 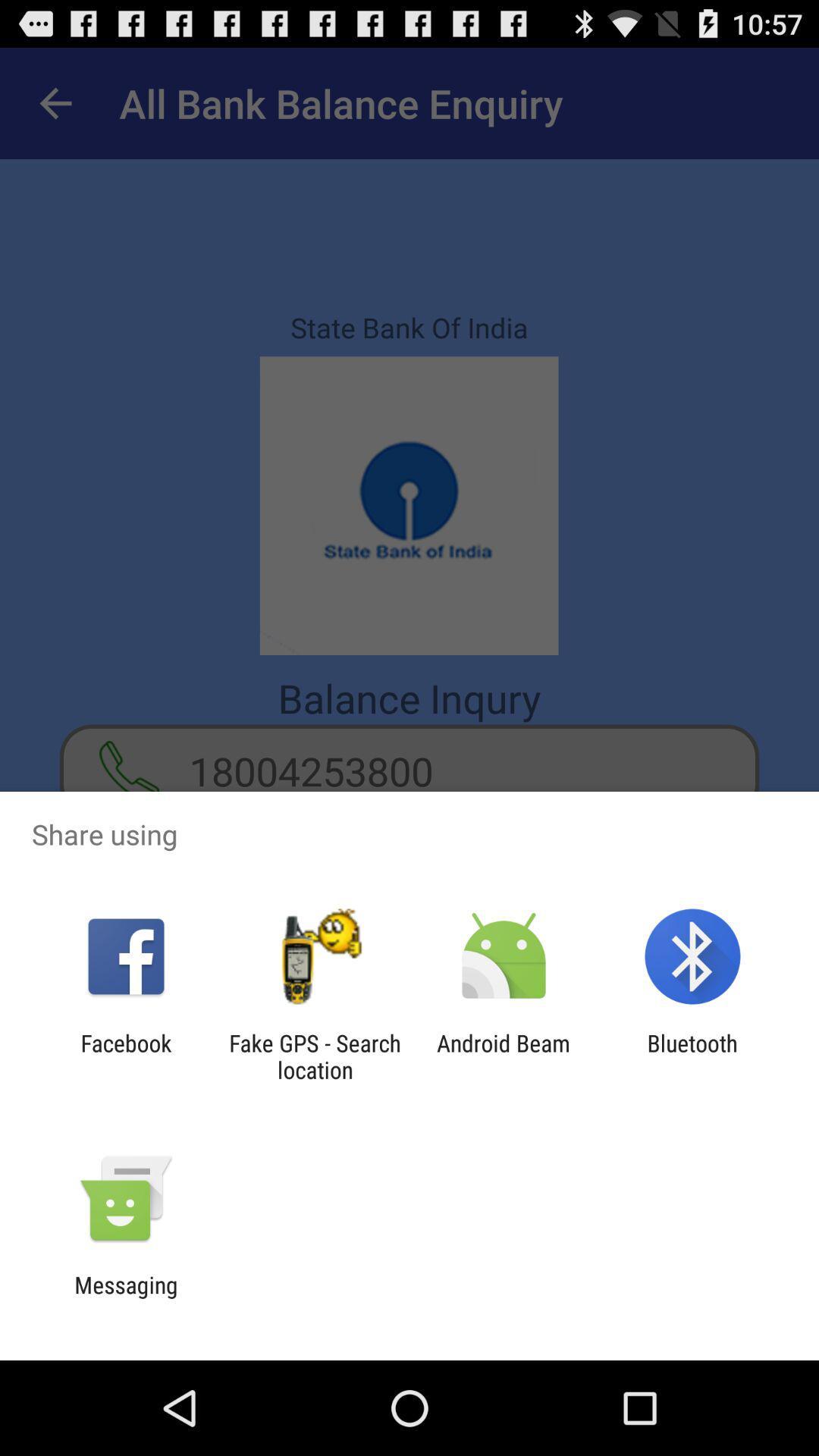 I want to click on icon at the bottom right corner, so click(x=692, y=1056).